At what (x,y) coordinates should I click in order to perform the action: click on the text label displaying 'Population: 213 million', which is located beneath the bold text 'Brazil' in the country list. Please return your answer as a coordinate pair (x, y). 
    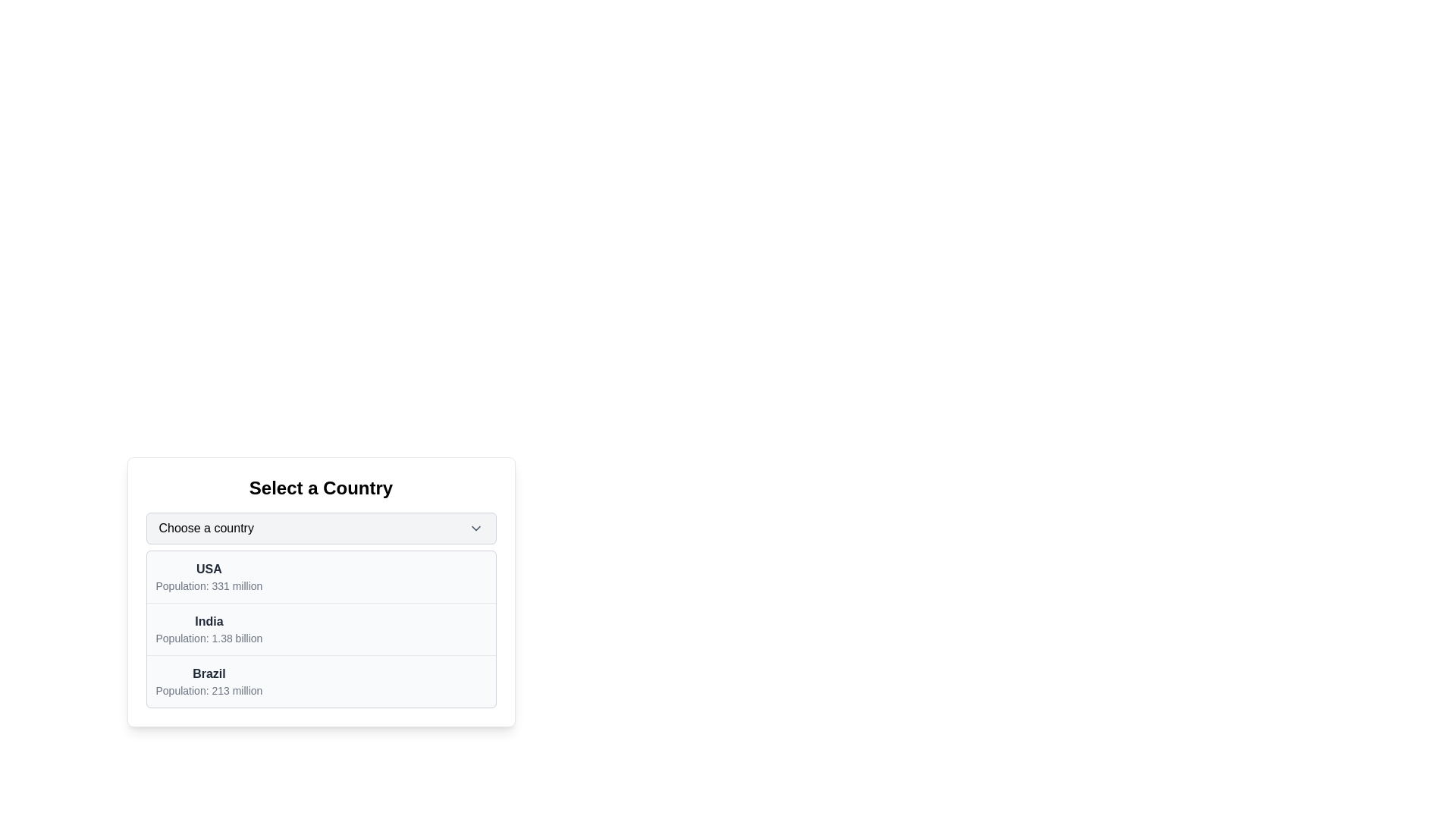
    Looking at the image, I should click on (208, 690).